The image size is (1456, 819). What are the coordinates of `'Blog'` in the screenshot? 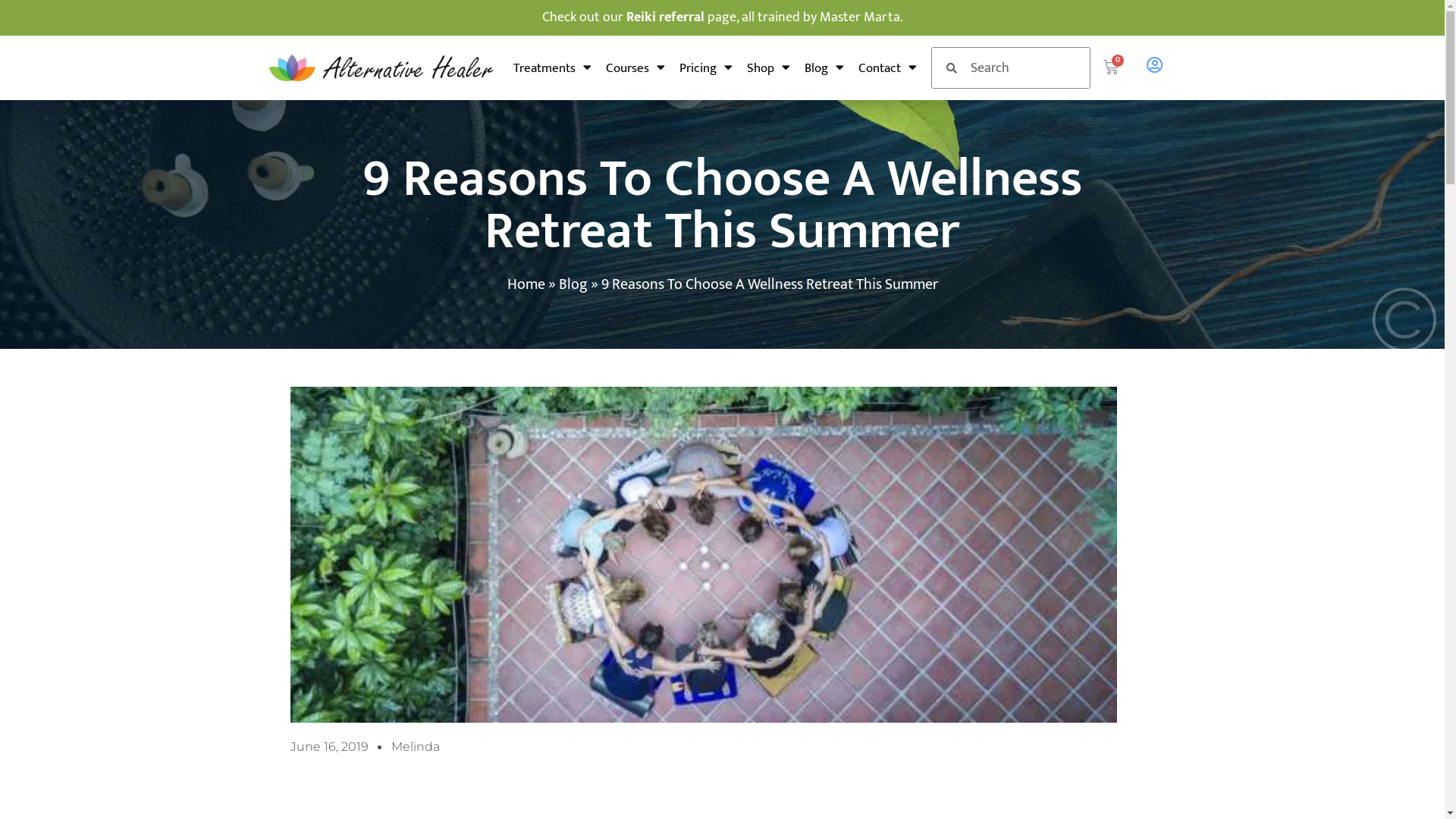 It's located at (571, 284).